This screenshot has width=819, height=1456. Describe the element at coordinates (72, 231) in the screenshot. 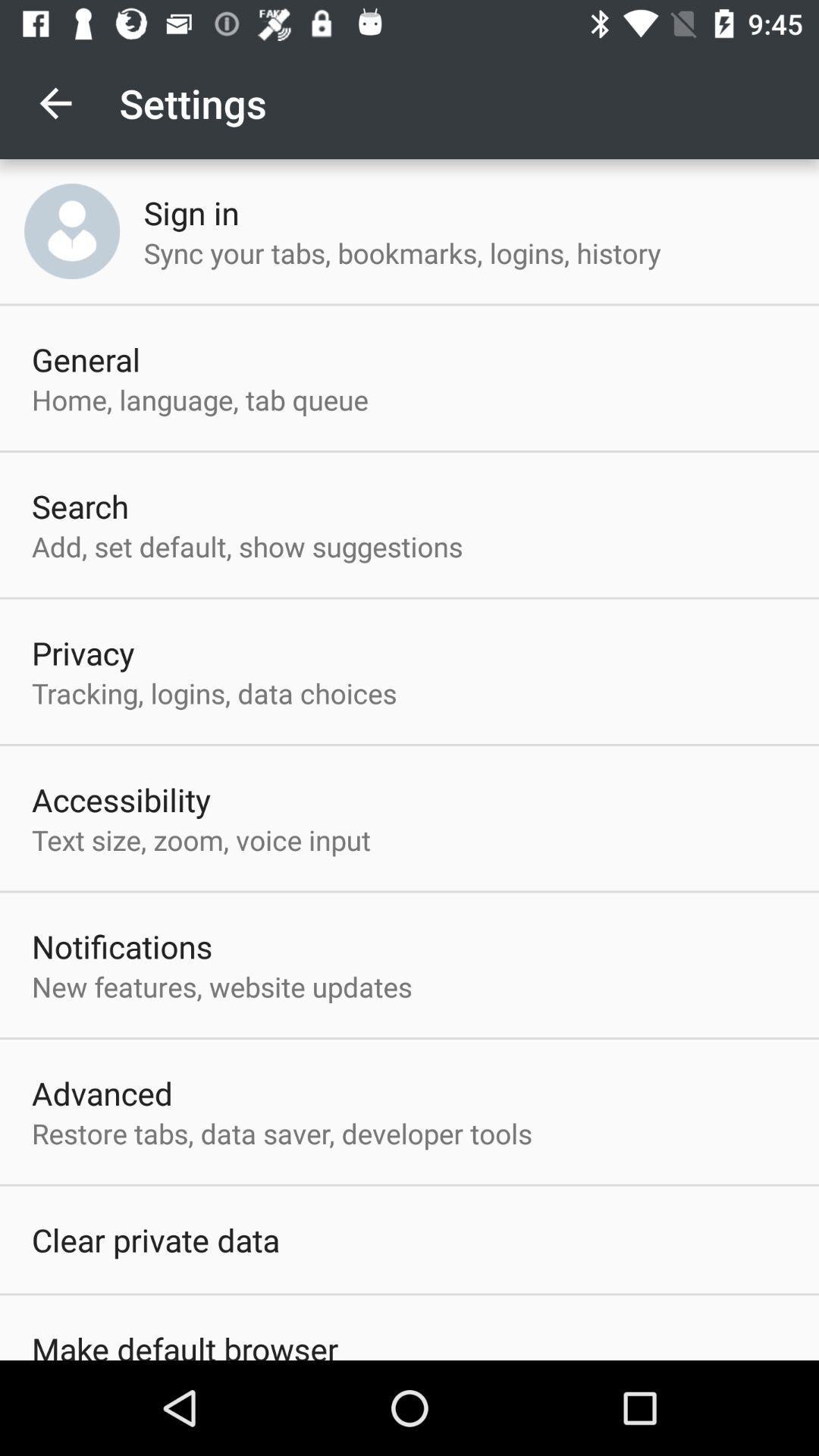

I see `icon to the left of the sign in icon` at that location.